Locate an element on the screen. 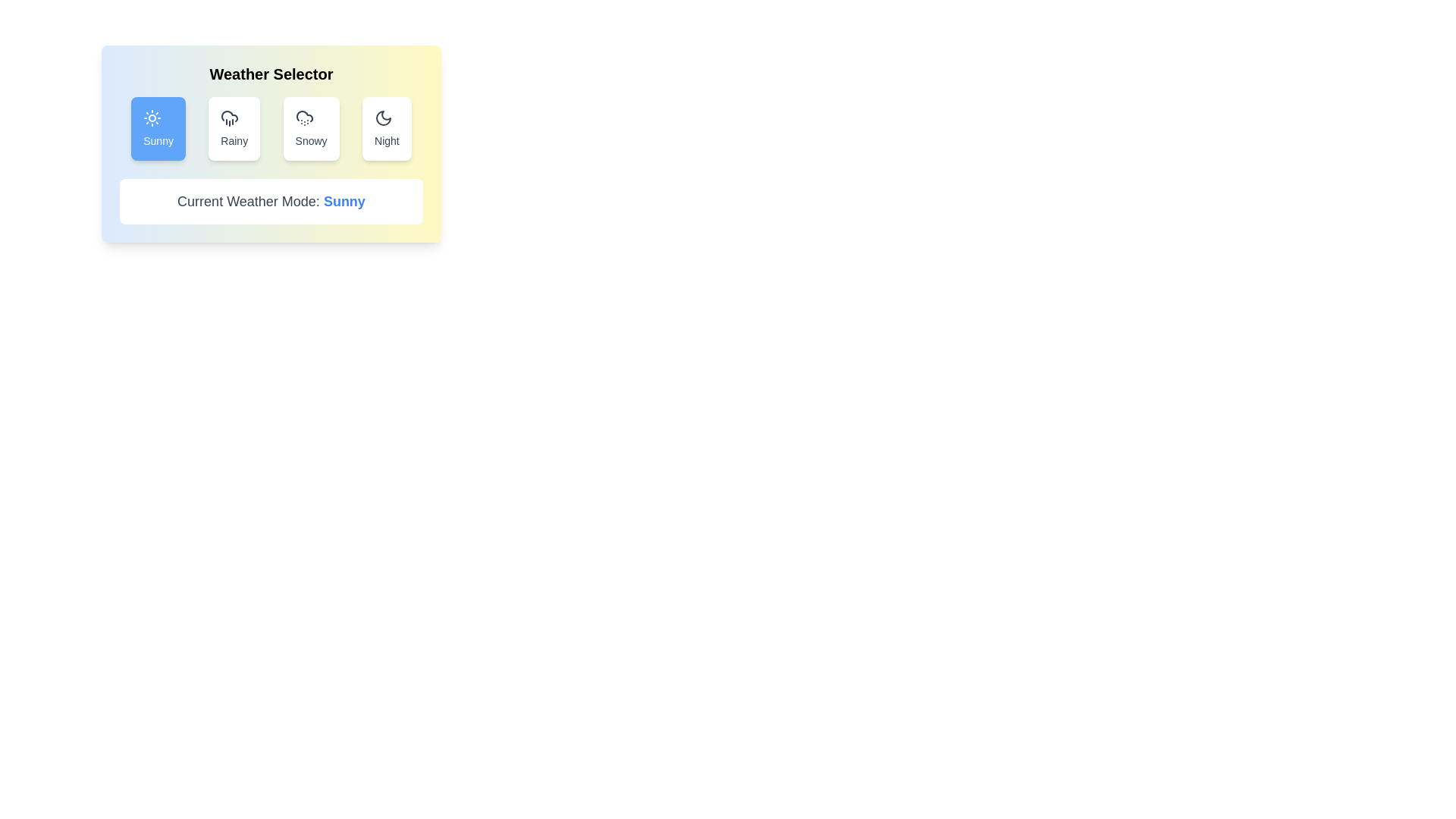 This screenshot has width=1456, height=819. the weather option Night by clicking its corresponding button is located at coordinates (386, 127).